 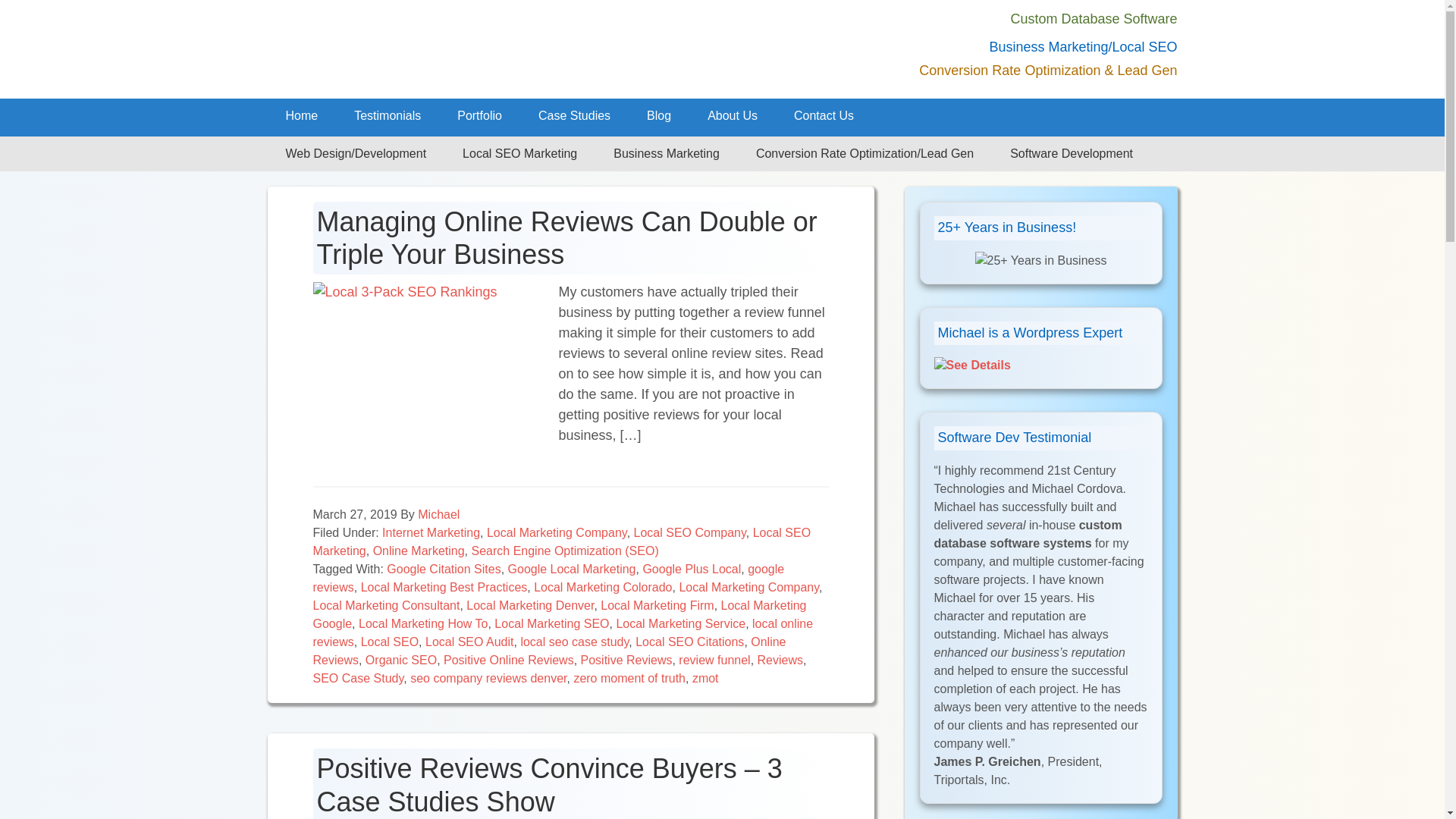 What do you see at coordinates (1040, 259) in the screenshot?
I see `'25+ Years in Business'` at bounding box center [1040, 259].